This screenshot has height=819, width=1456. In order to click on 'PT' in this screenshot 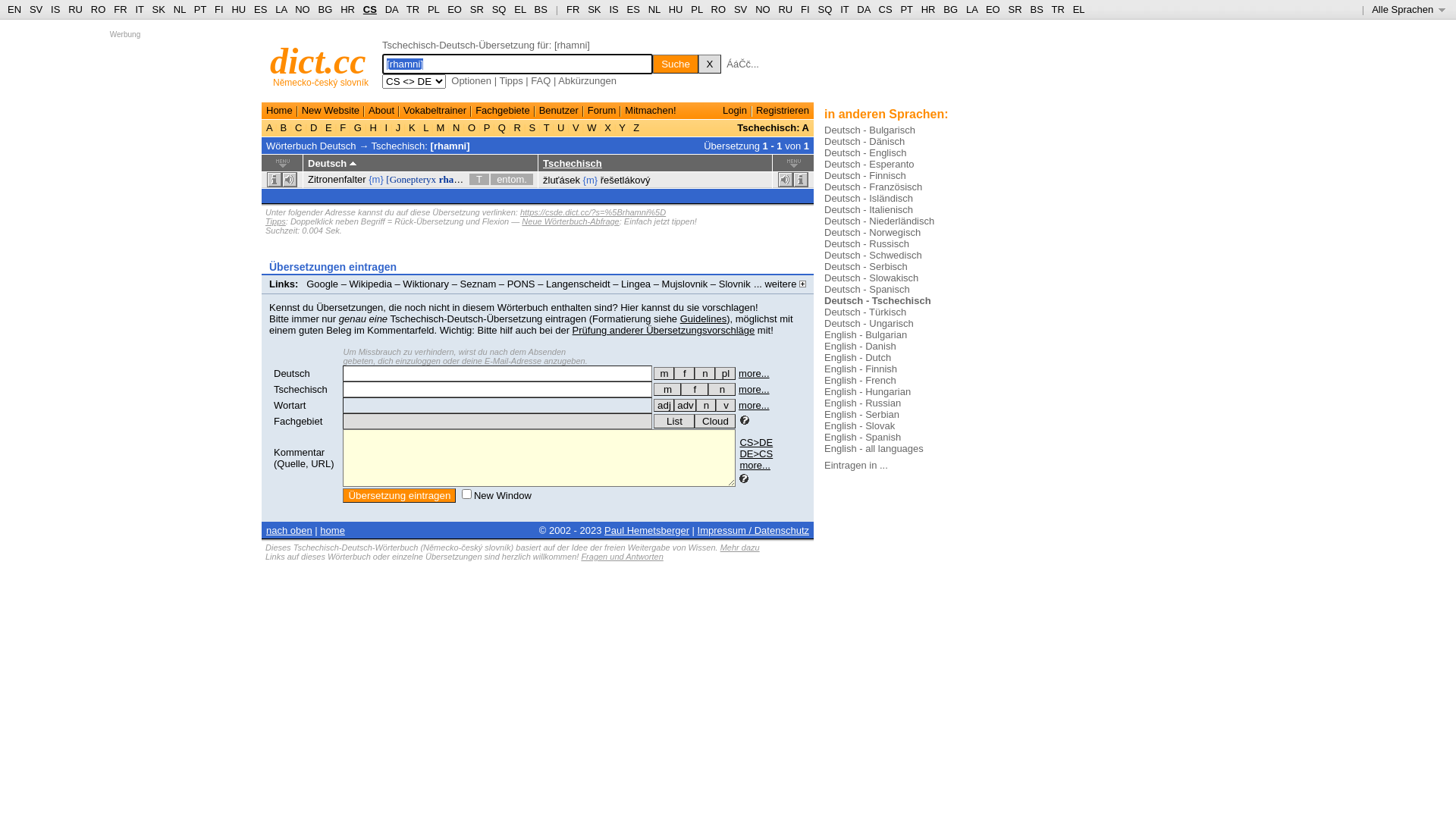, I will do `click(899, 9)`.